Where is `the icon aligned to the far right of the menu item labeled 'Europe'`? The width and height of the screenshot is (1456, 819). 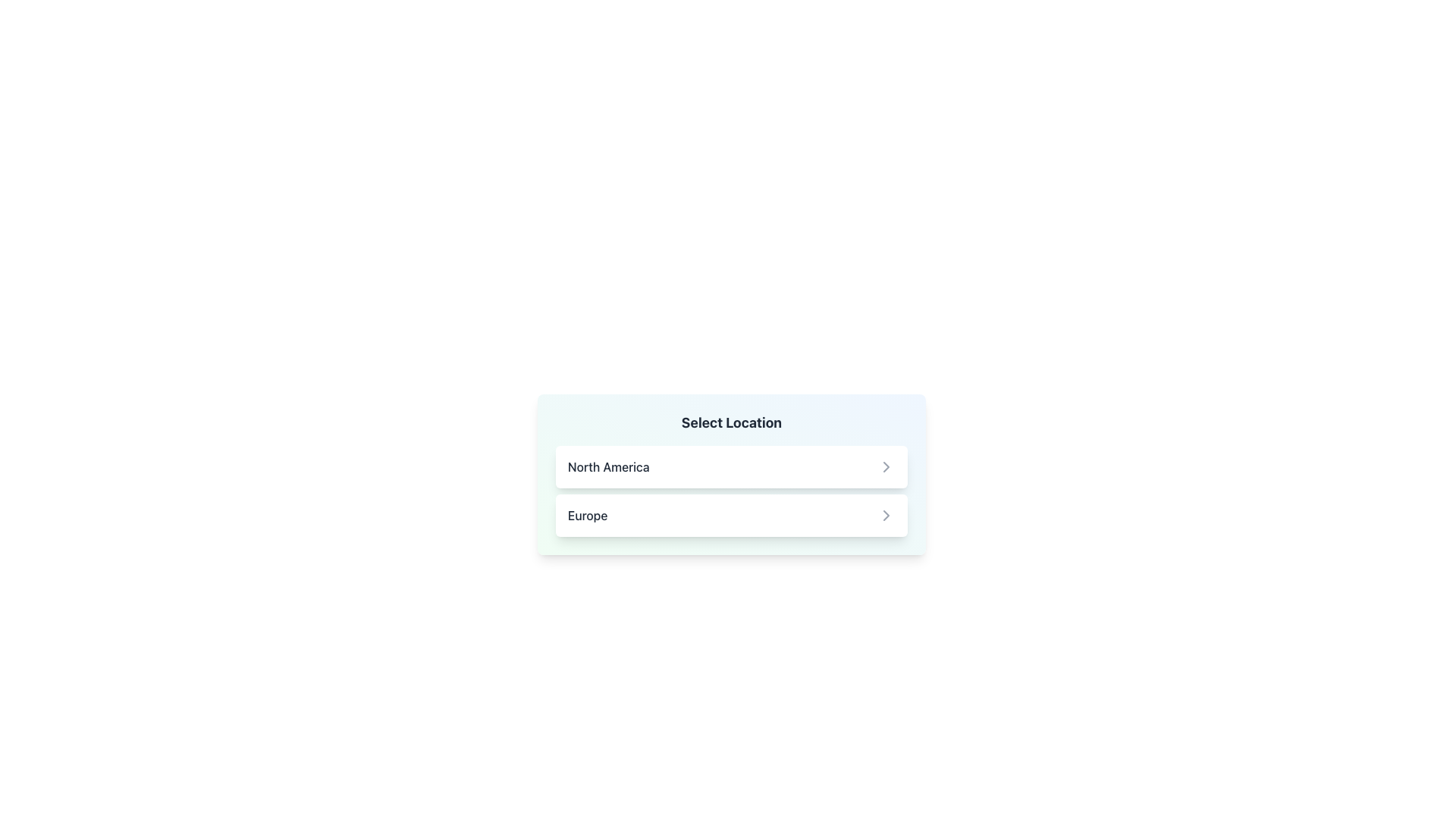
the icon aligned to the far right of the menu item labeled 'Europe' is located at coordinates (886, 514).